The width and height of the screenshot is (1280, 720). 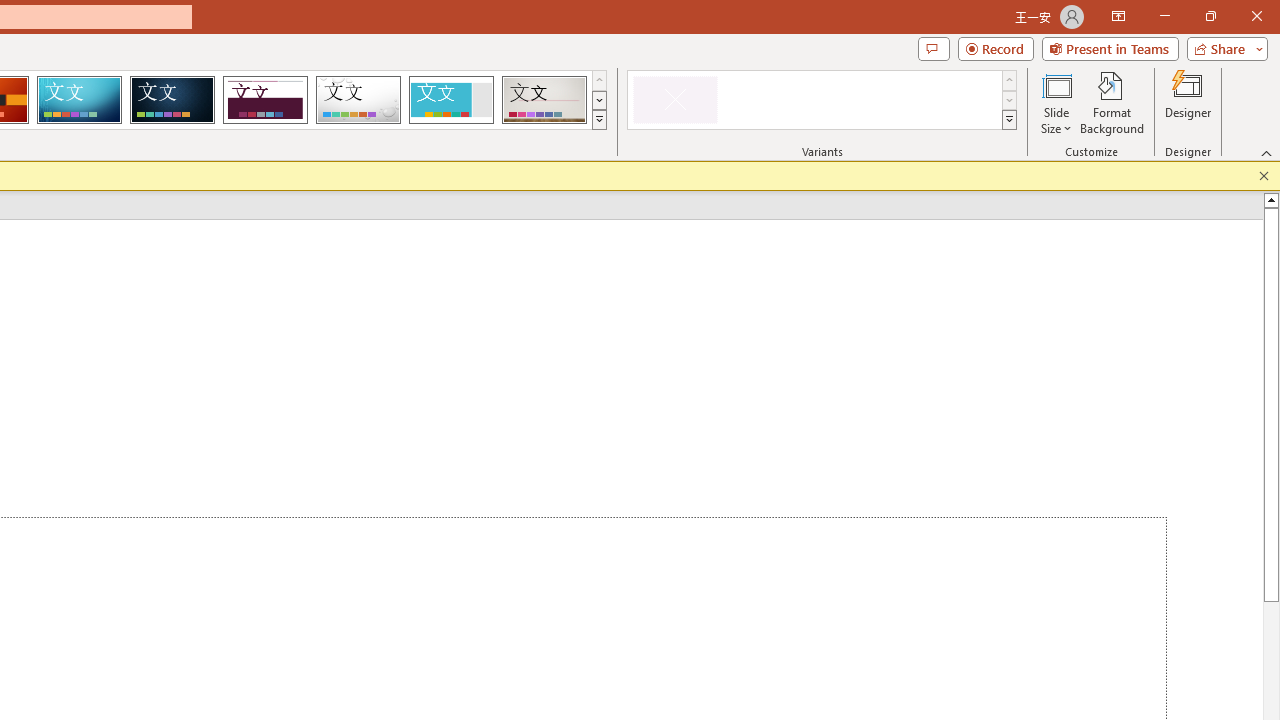 What do you see at coordinates (1263, 175) in the screenshot?
I see `'Close this message'` at bounding box center [1263, 175].